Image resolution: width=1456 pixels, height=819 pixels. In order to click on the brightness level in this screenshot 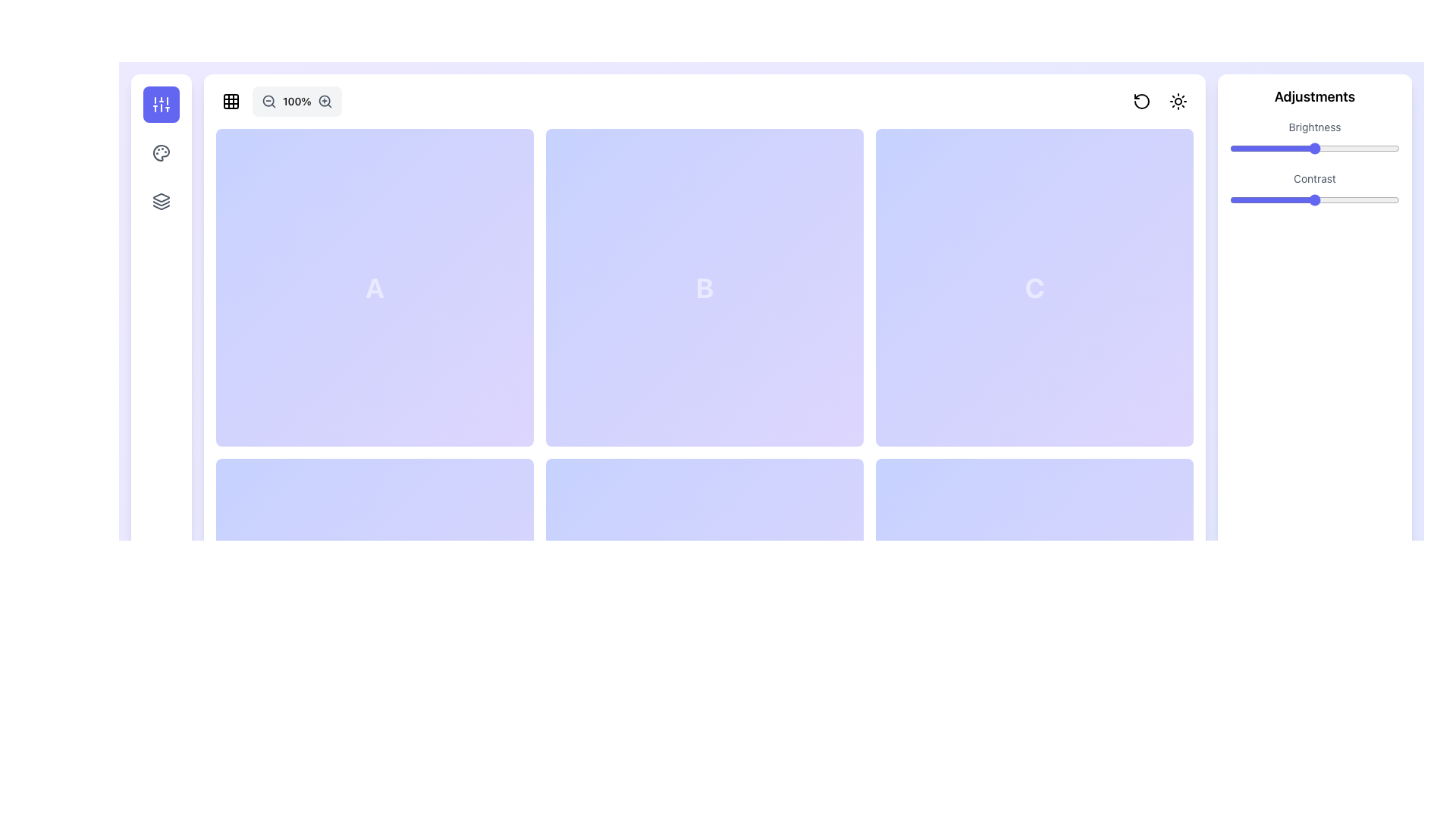, I will do `click(1374, 149)`.